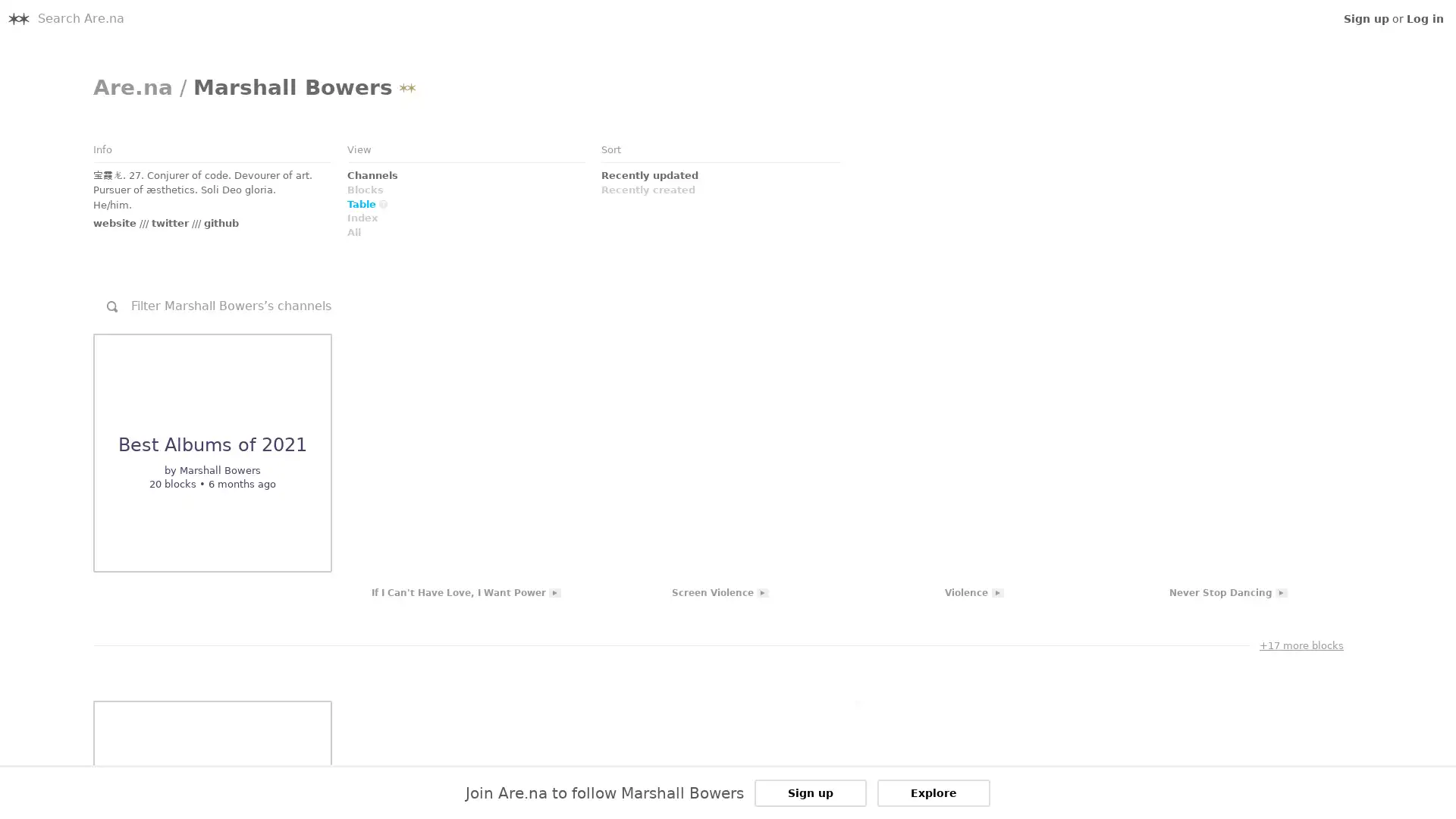 Image resolution: width=1456 pixels, height=819 pixels. I want to click on Link to Channel: undefined, so click(211, 451).